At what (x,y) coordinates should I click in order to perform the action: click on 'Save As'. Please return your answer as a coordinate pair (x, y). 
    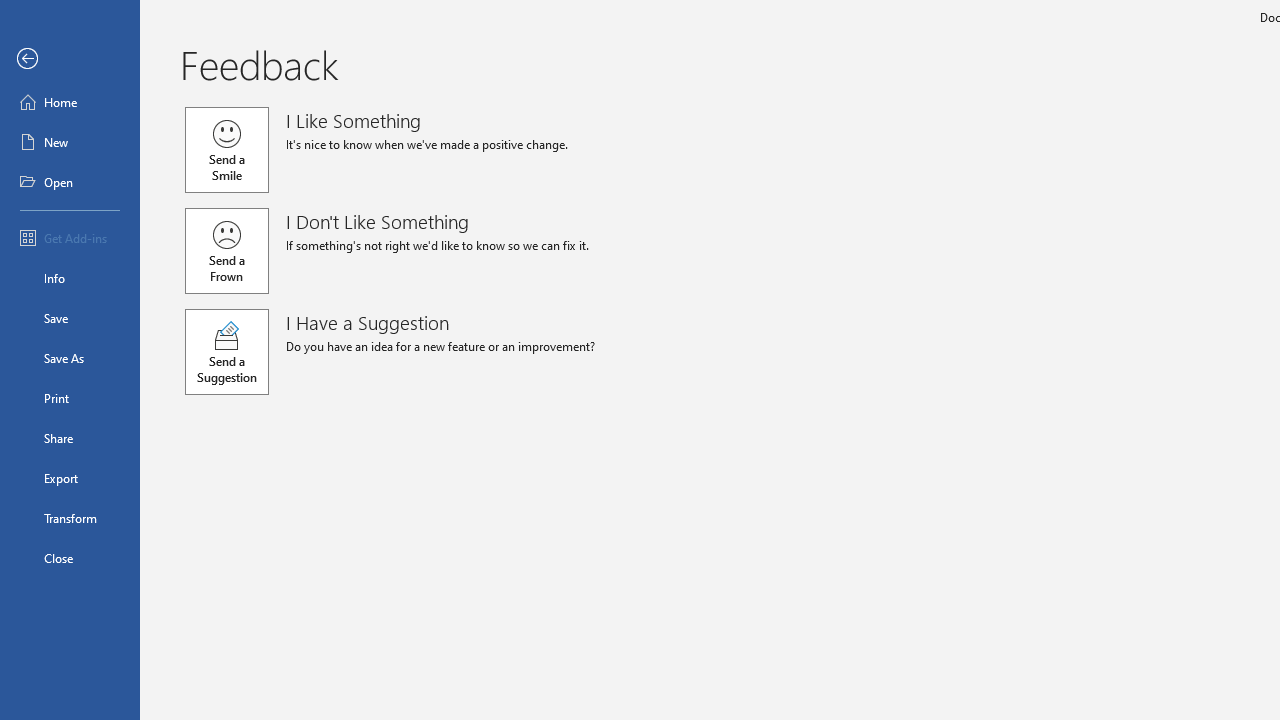
    Looking at the image, I should click on (69, 356).